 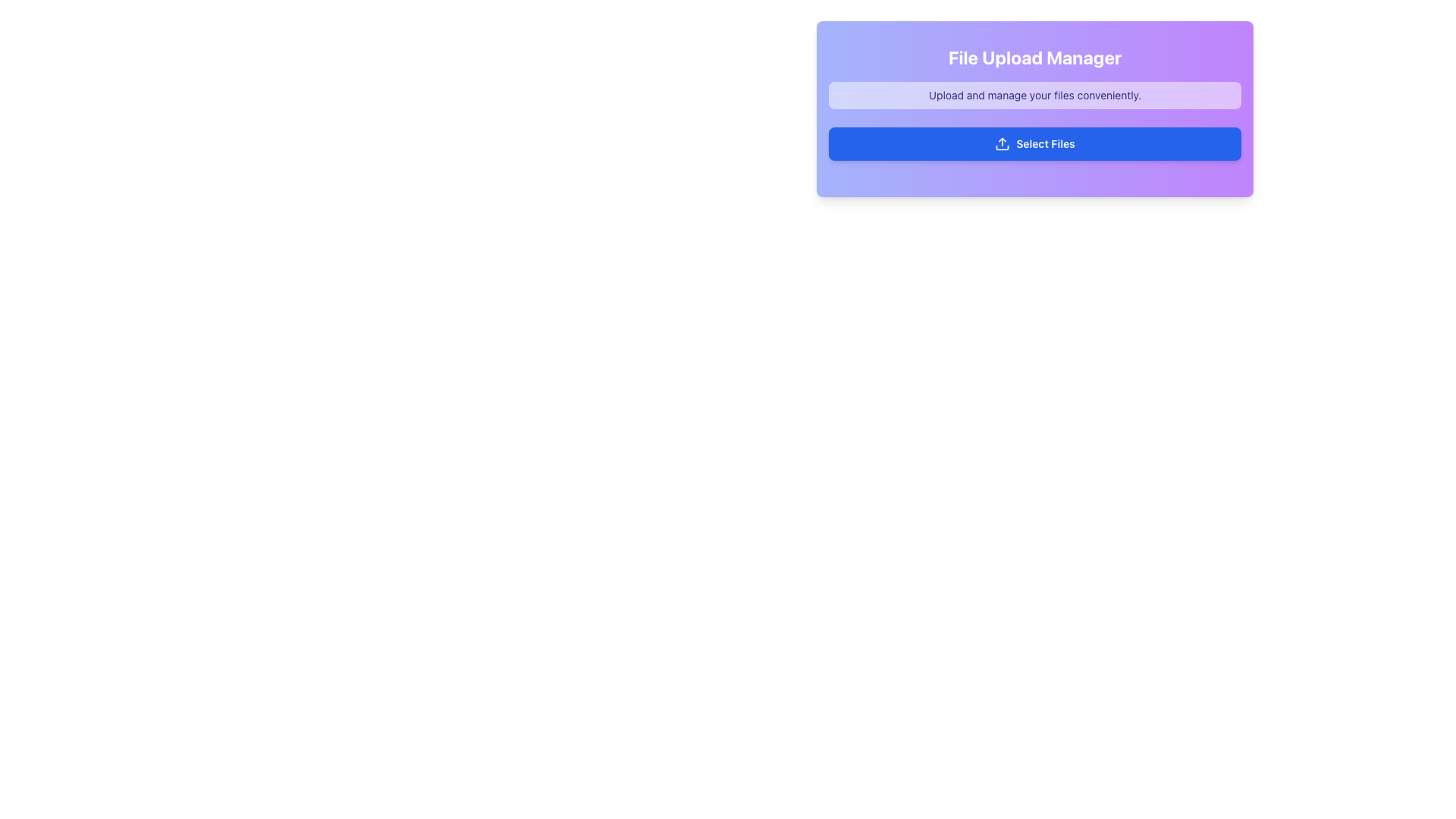 What do you see at coordinates (1034, 96) in the screenshot?
I see `the Informational Text Block displaying 'Upload and manage your files conveniently.' which is styled in a small, indigo-colored font and located below the heading 'File Upload Manager'` at bounding box center [1034, 96].